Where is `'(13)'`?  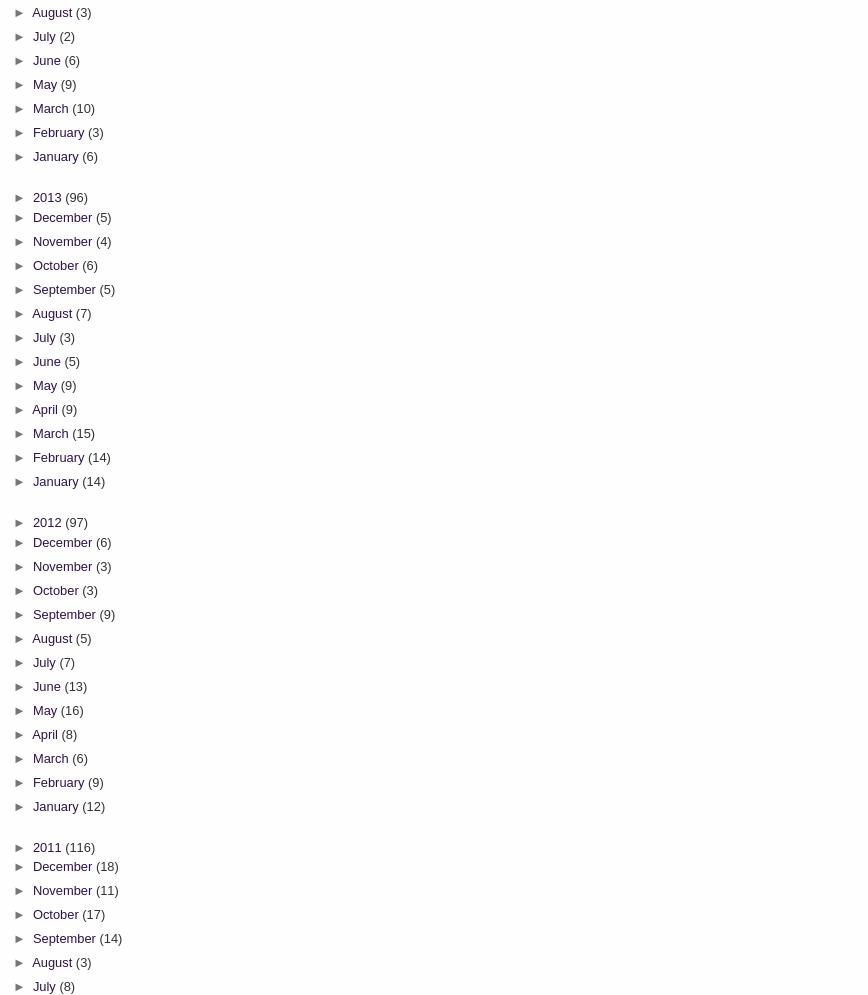
'(13)' is located at coordinates (75, 684).